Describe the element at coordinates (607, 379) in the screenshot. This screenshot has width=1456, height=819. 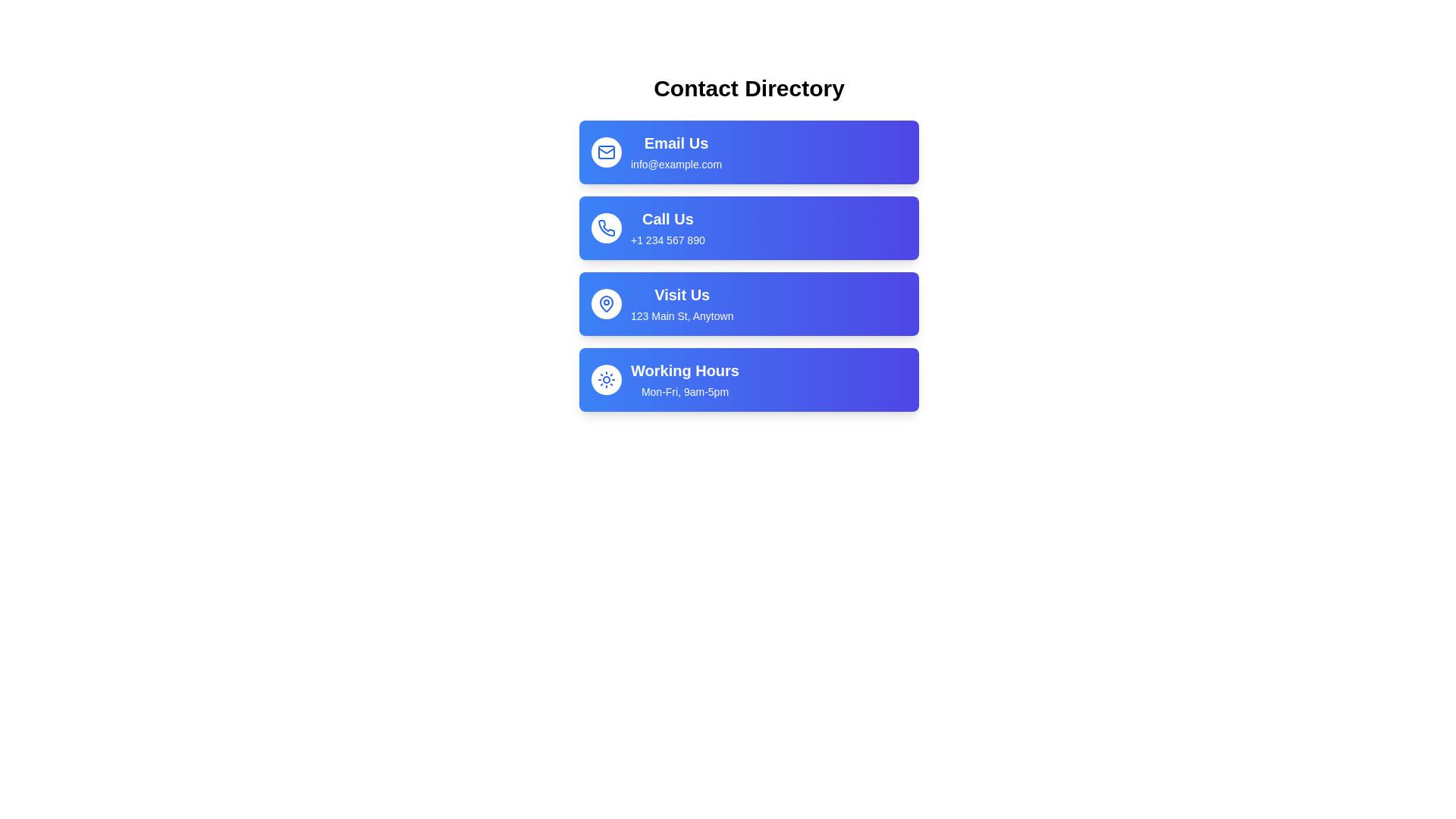
I see `the sun-shaped icon located in the center-right of the 'Call Us' button, which is positioned above the 'Visit Us' button and below the 'Email Us' button` at that location.